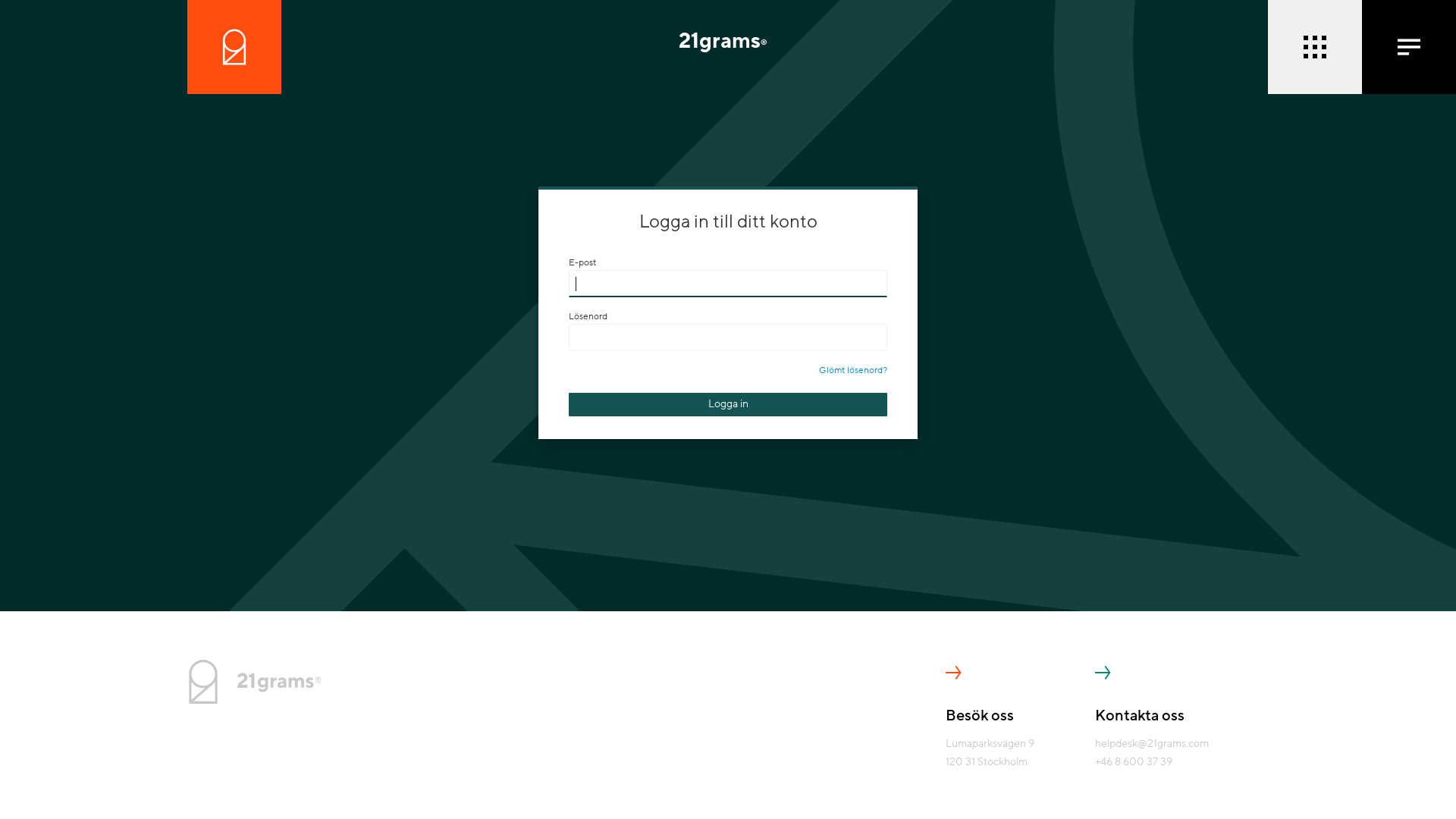  I want to click on 'Kontakta oss', so click(1151, 710).